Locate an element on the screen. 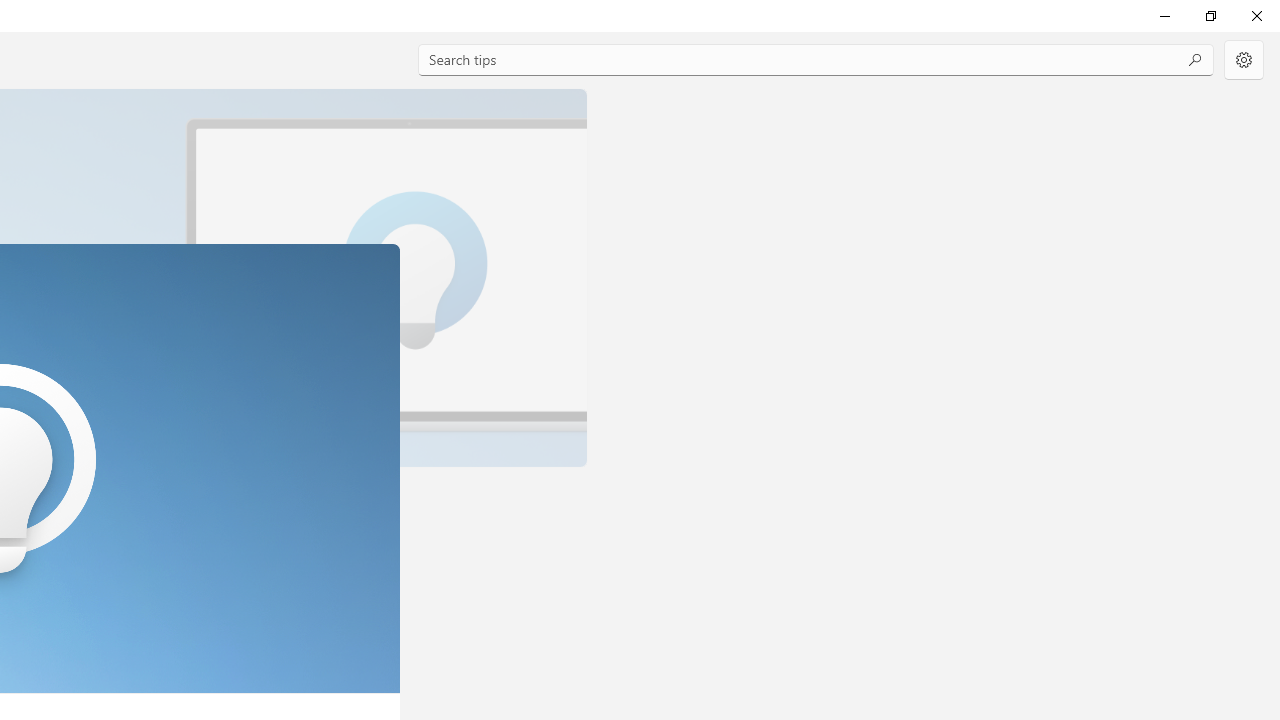  'Settings' is located at coordinates (1243, 59).